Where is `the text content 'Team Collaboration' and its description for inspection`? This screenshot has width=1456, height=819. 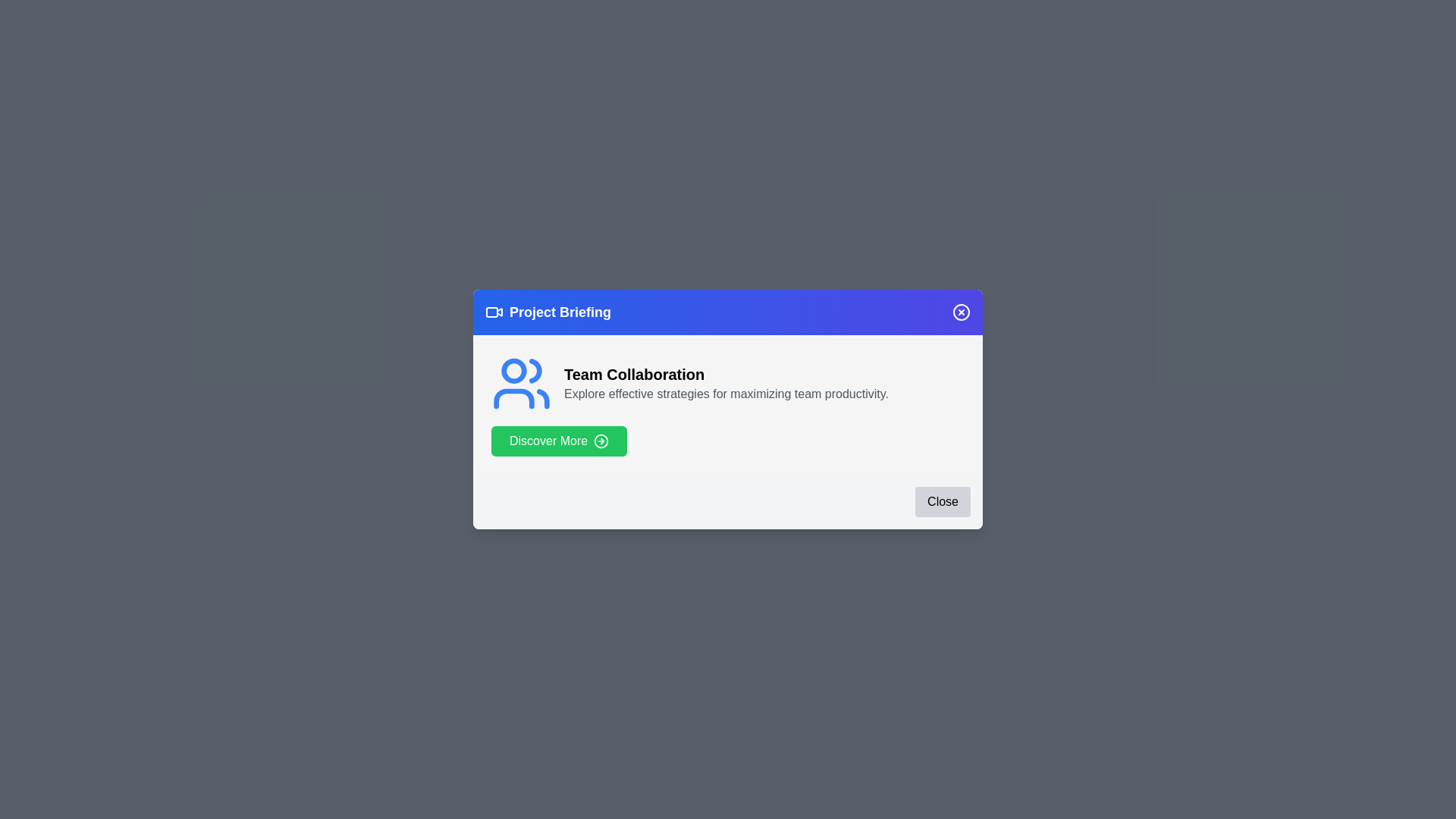
the text content 'Team Collaboration' and its description for inspection is located at coordinates (728, 374).